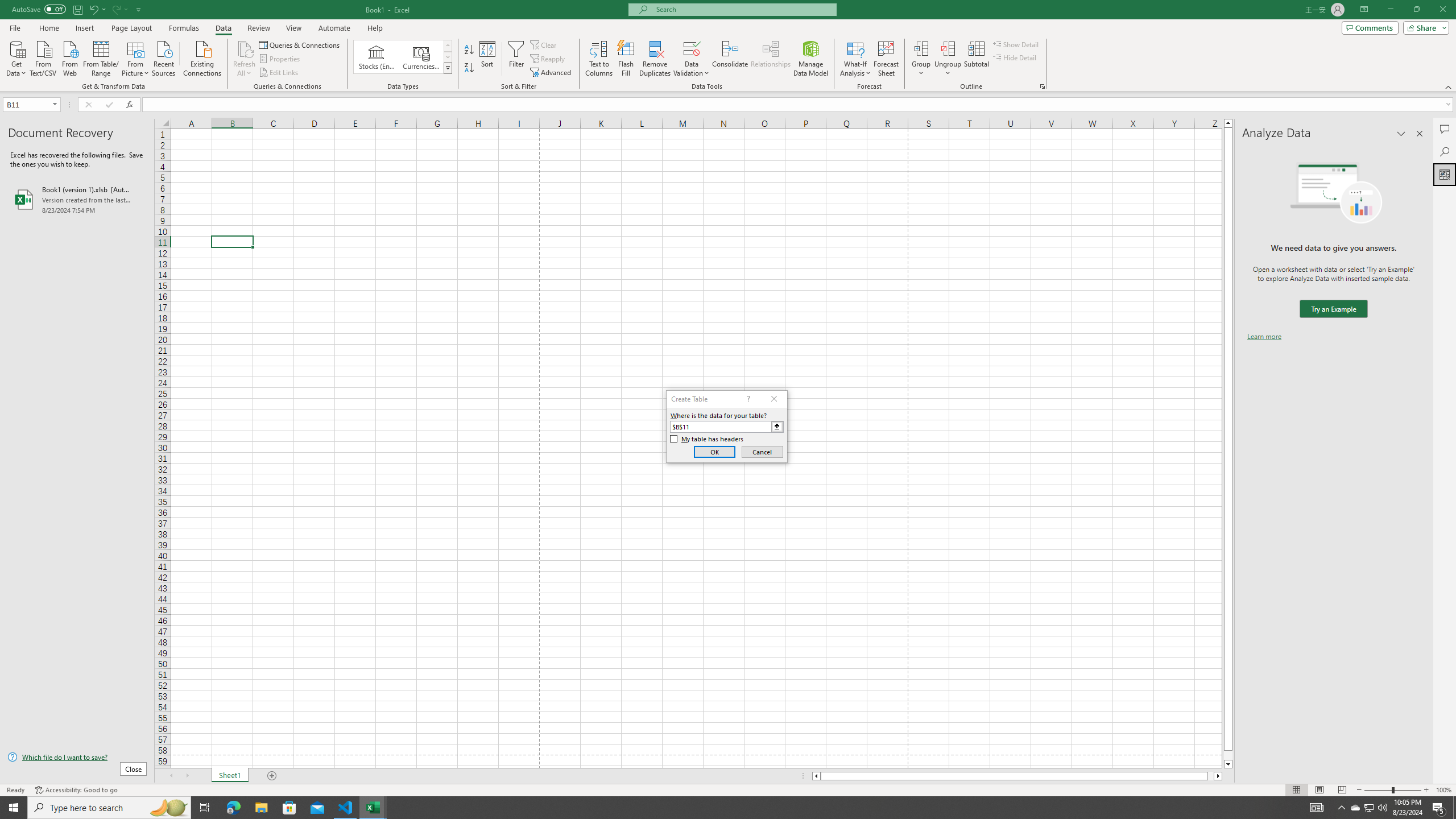  Describe the element at coordinates (76, 758) in the screenshot. I see `'Which file do I want to save?'` at that location.